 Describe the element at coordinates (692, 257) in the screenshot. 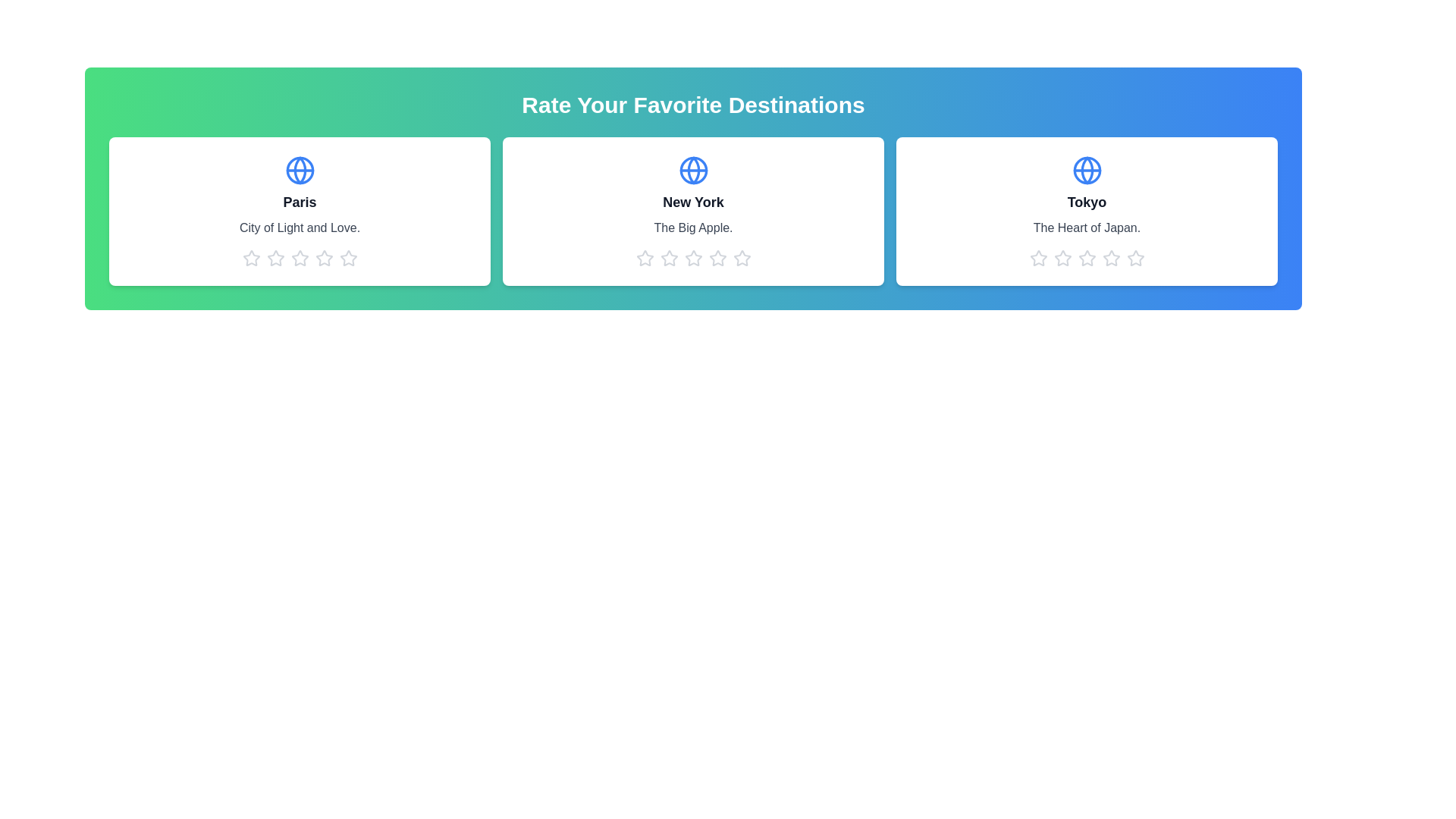

I see `the 3 star icon for the destination New York` at that location.